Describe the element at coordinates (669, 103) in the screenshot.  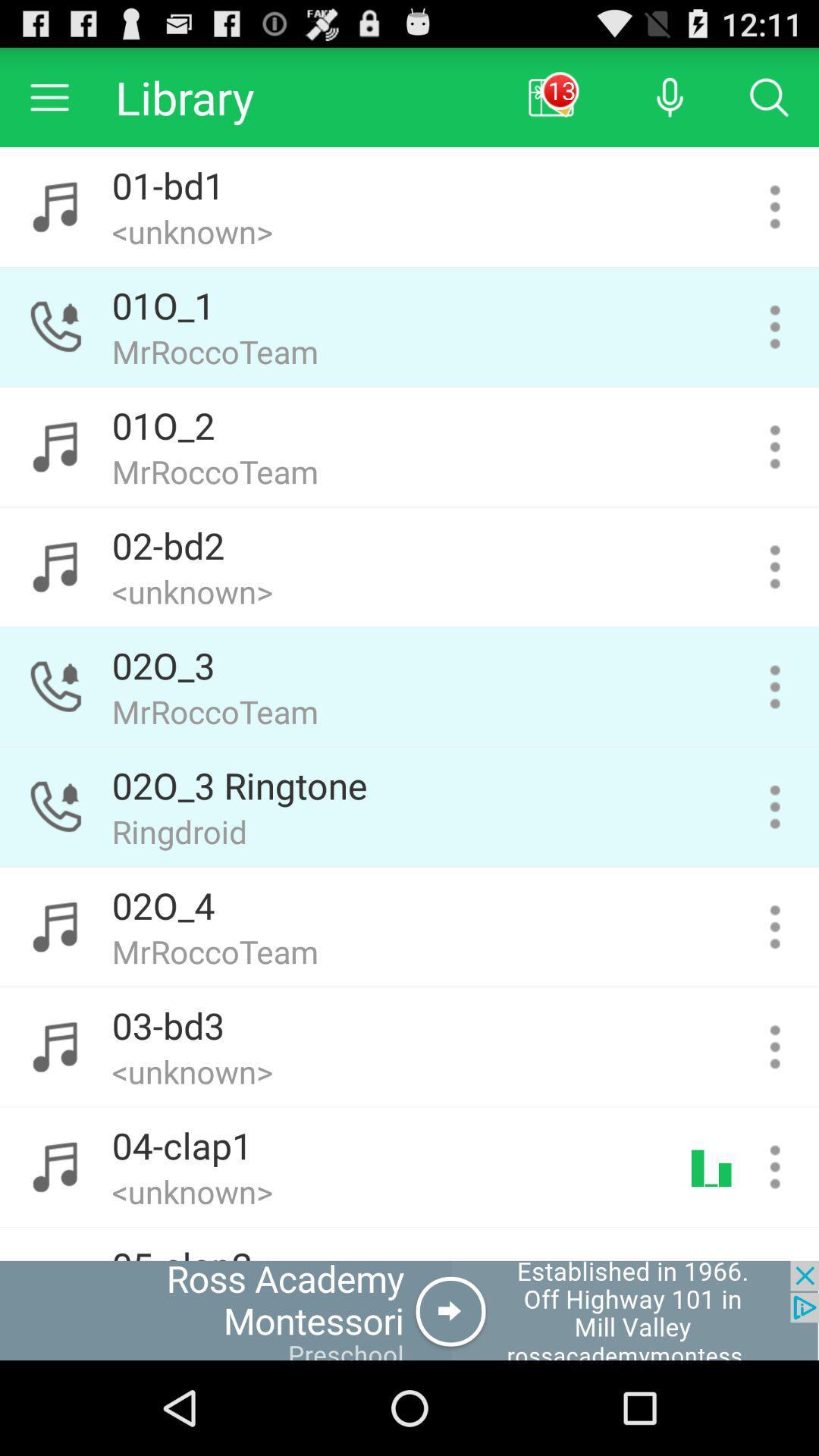
I see `the microphone icon` at that location.